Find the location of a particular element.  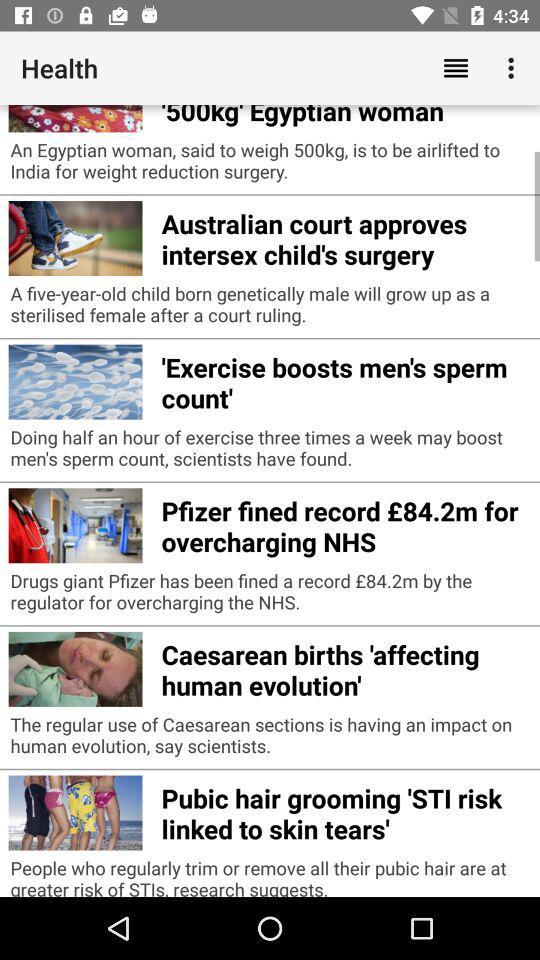

the regular use item is located at coordinates (270, 739).